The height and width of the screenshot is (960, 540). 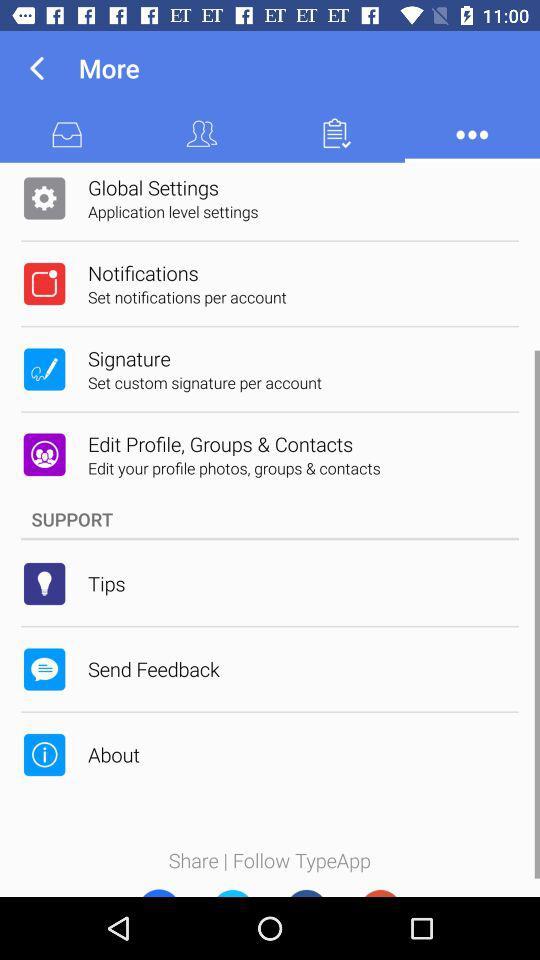 I want to click on support, so click(x=270, y=518).